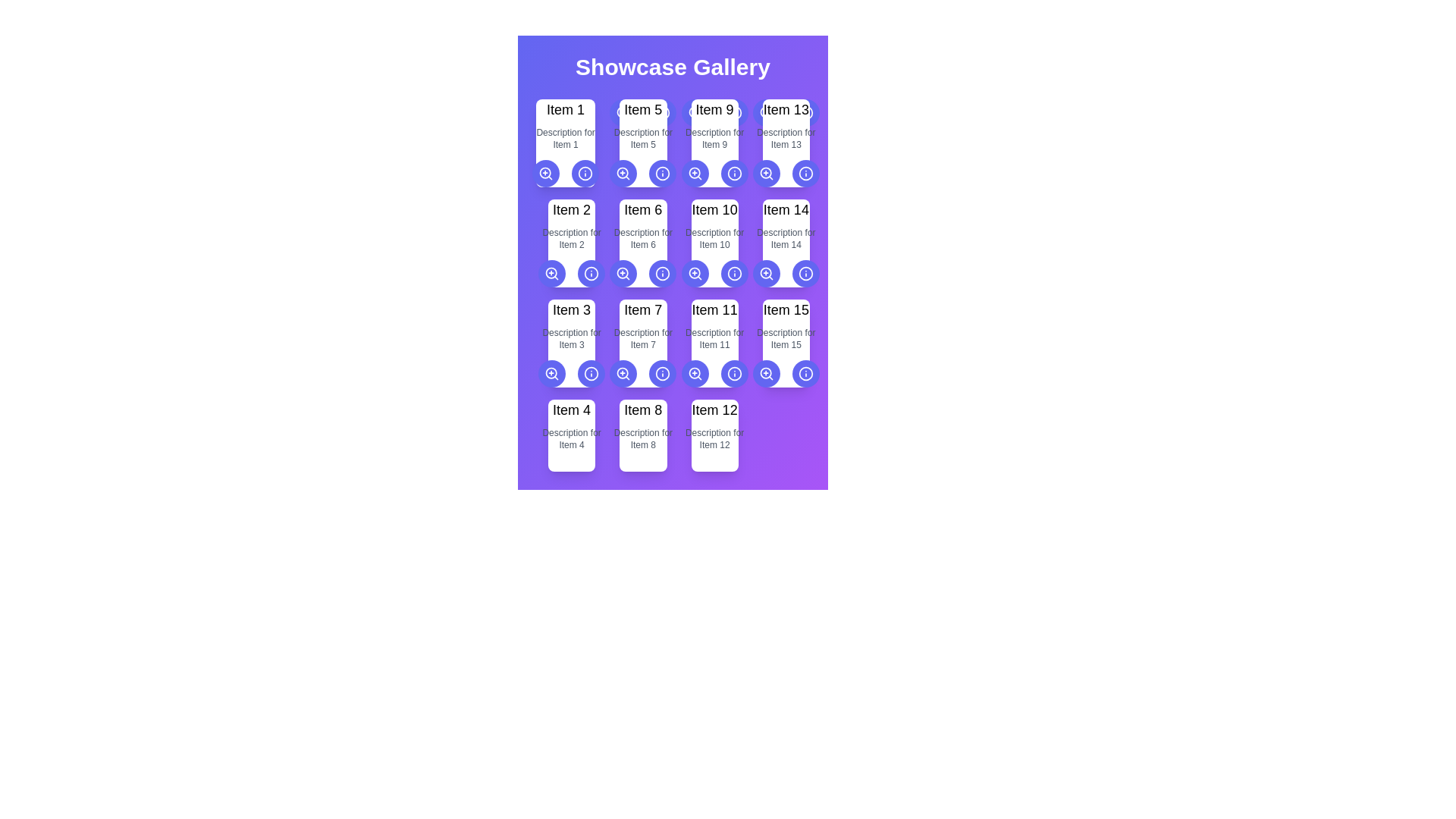  I want to click on the text label 'Description for Item 2' which is styled in a small gray font and located beneath the title 'Item 2' within a card layout, so click(571, 239).